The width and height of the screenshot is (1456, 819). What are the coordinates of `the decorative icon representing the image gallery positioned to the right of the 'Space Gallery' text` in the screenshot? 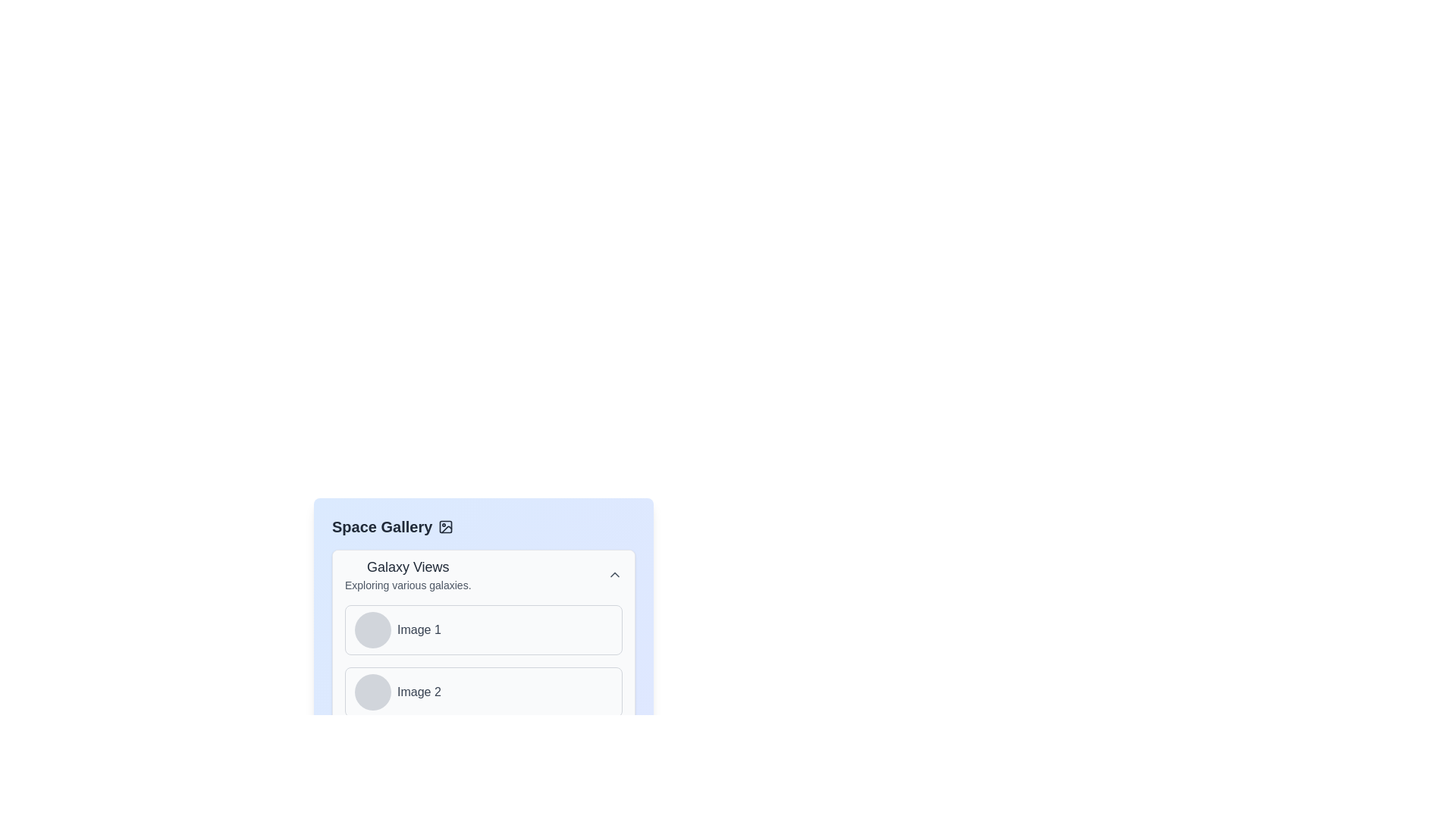 It's located at (445, 526).